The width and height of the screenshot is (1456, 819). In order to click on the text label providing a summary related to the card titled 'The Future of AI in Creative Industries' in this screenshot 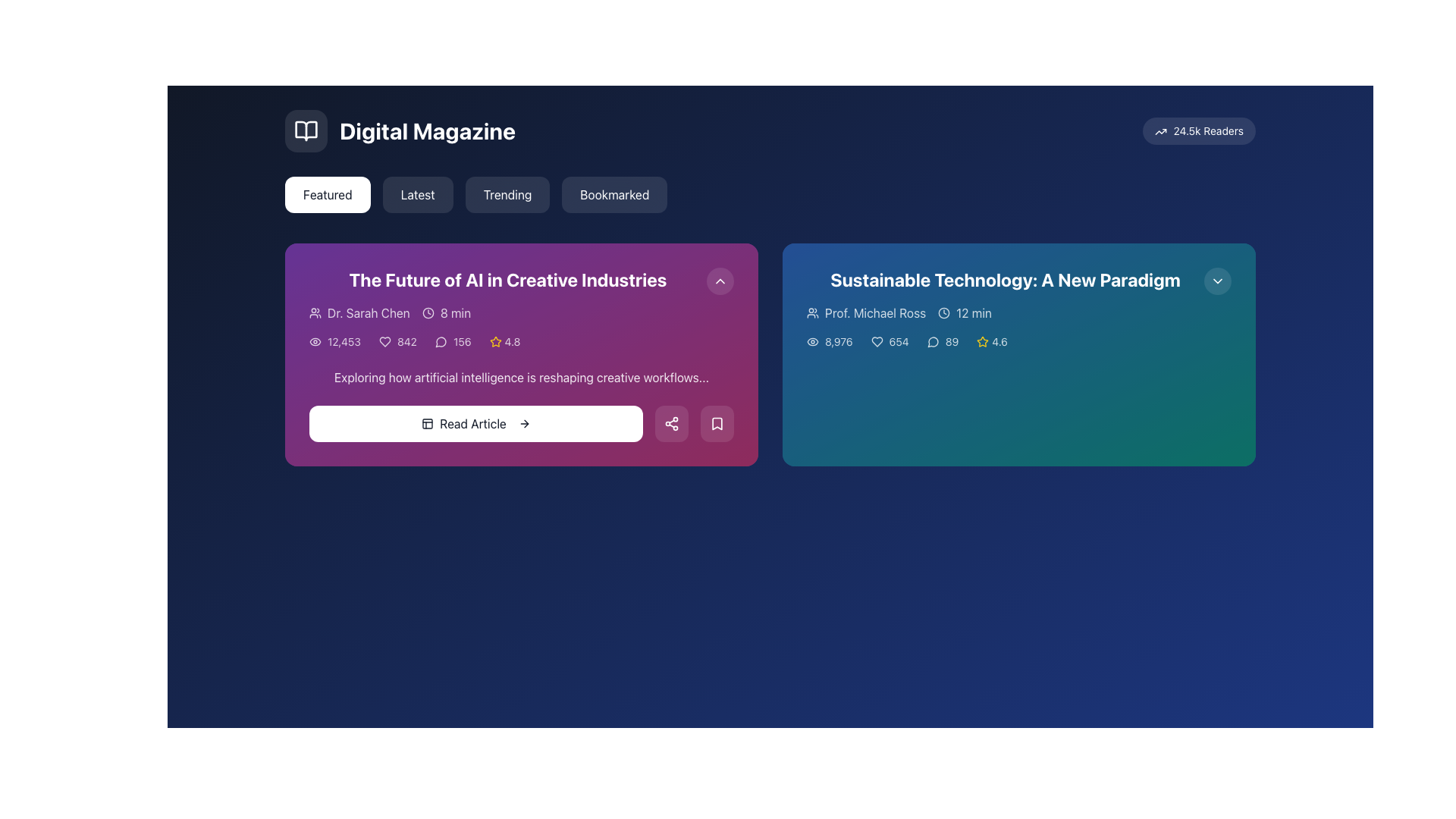, I will do `click(521, 376)`.